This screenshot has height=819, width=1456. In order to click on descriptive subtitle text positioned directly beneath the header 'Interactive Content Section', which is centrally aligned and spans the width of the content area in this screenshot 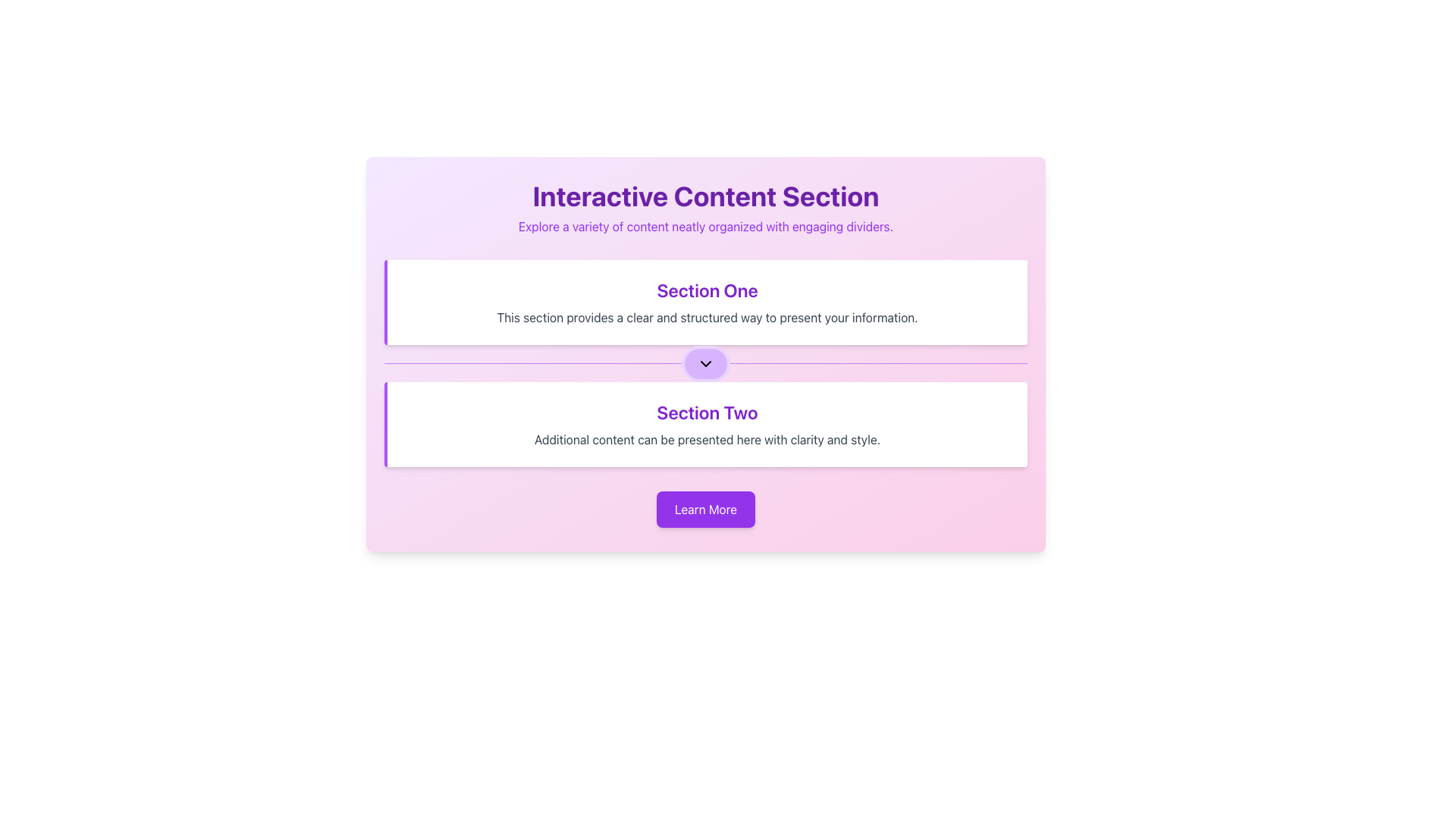, I will do `click(705, 227)`.